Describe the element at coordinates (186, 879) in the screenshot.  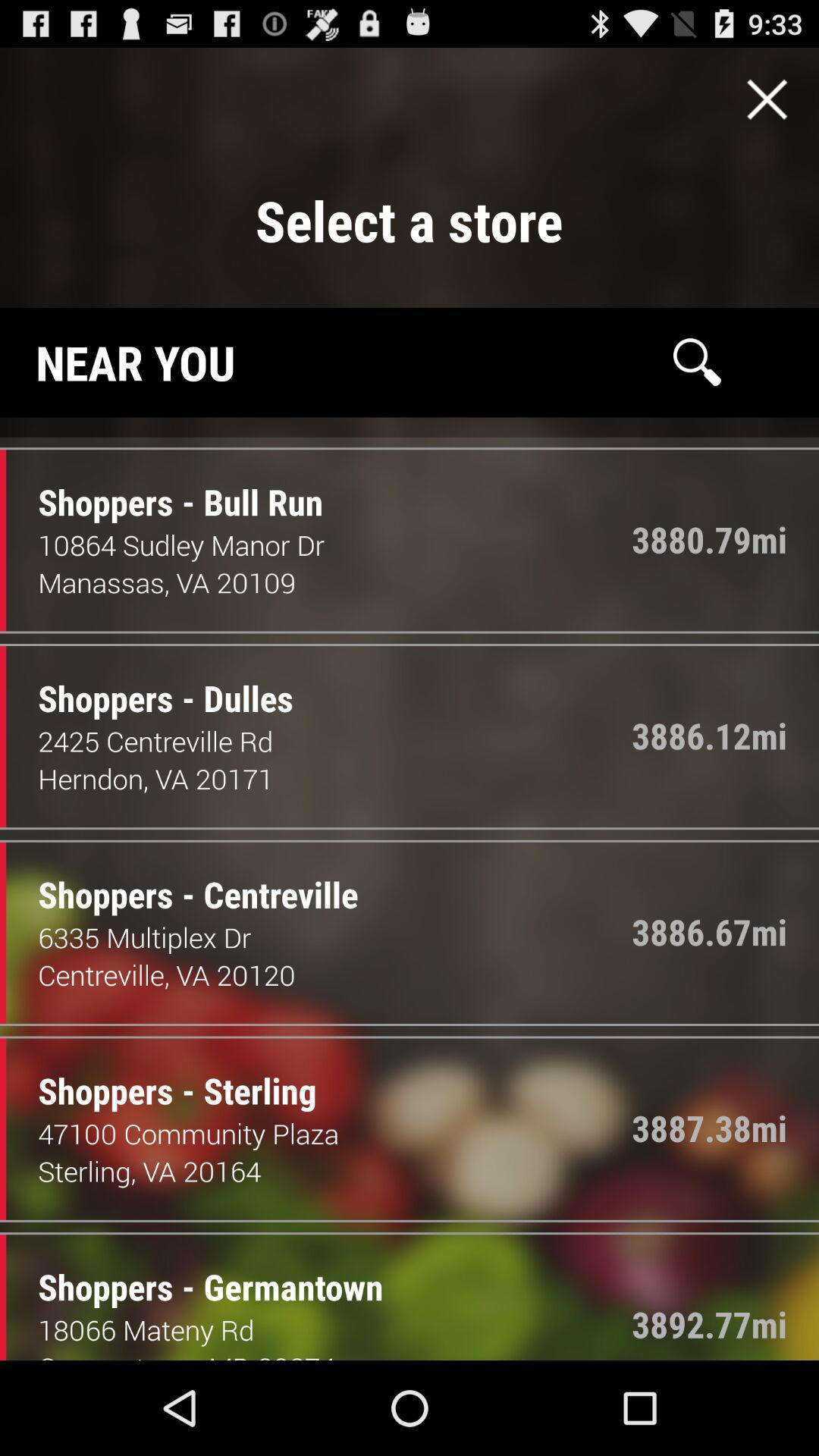
I see `the item above 6335 multiplex dr` at that location.